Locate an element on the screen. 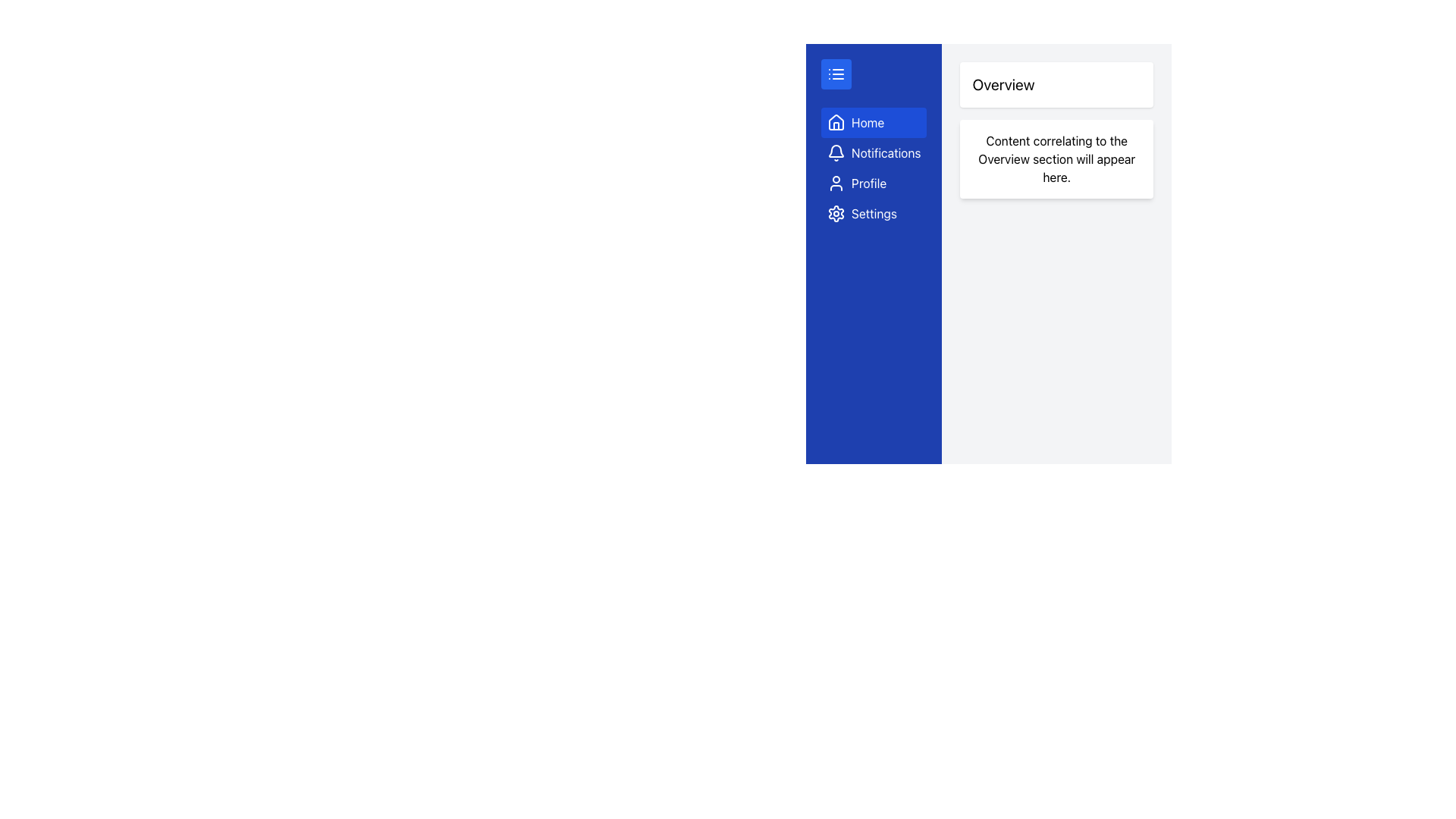 This screenshot has width=1456, height=819. the 'Notifications' text label in the vertical navigation menu is located at coordinates (886, 152).